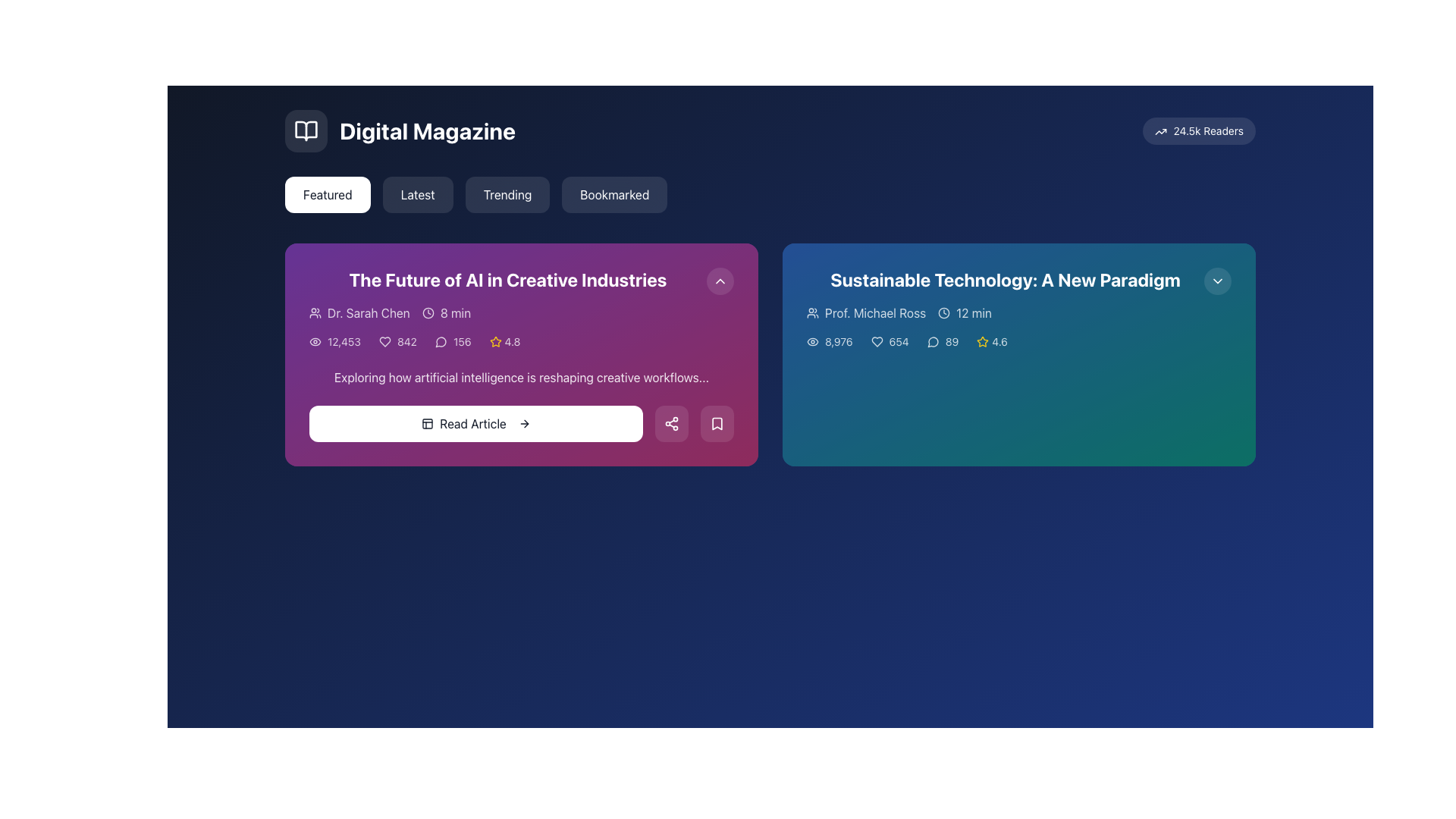  Describe the element at coordinates (397, 342) in the screenshot. I see `the heart icon of the engagement metric displaying '842' located below the title 'The Future of AI in Creative Industries' on the left card` at that location.